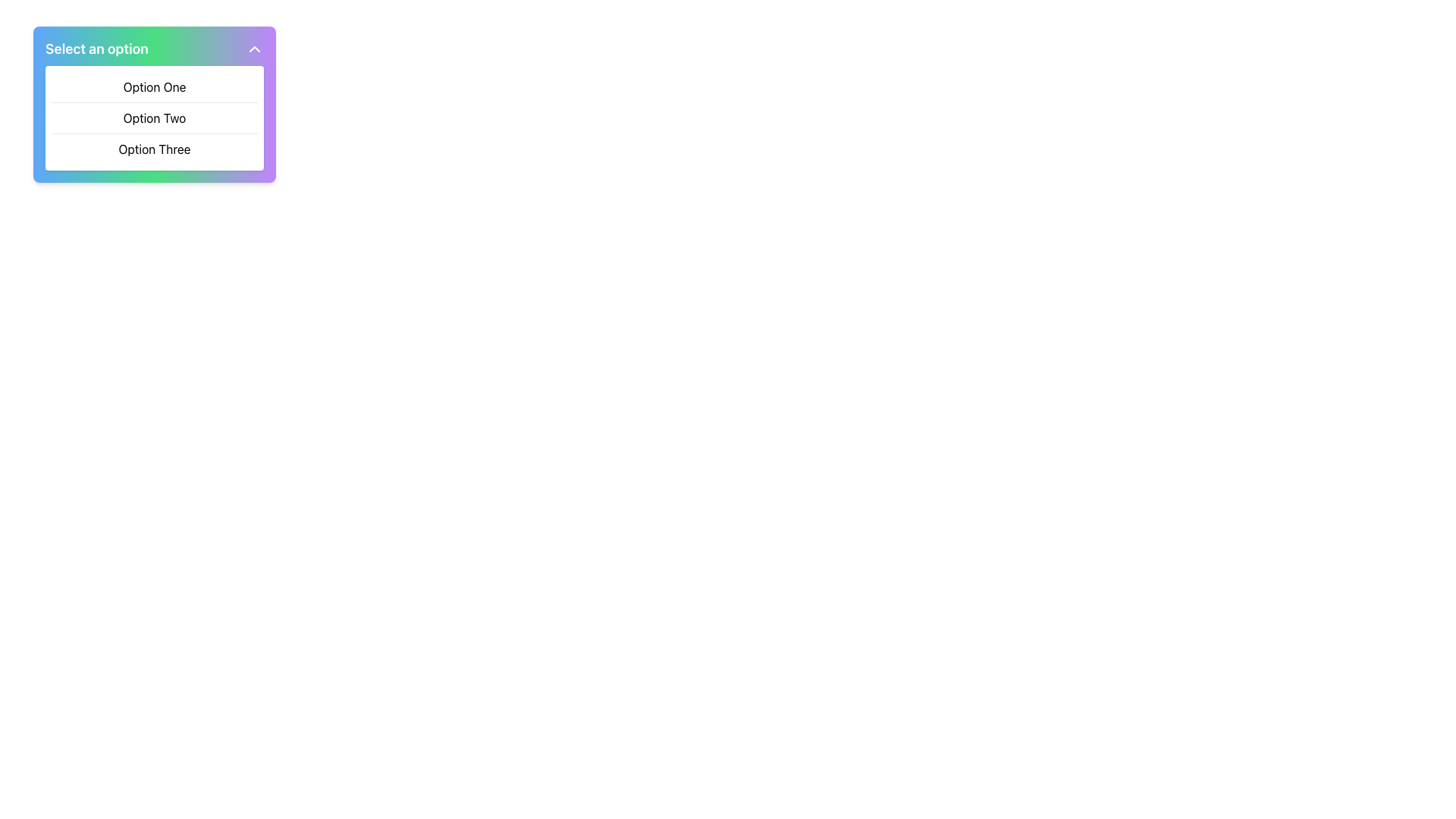  I want to click on the dropdown menu, so click(154, 104).